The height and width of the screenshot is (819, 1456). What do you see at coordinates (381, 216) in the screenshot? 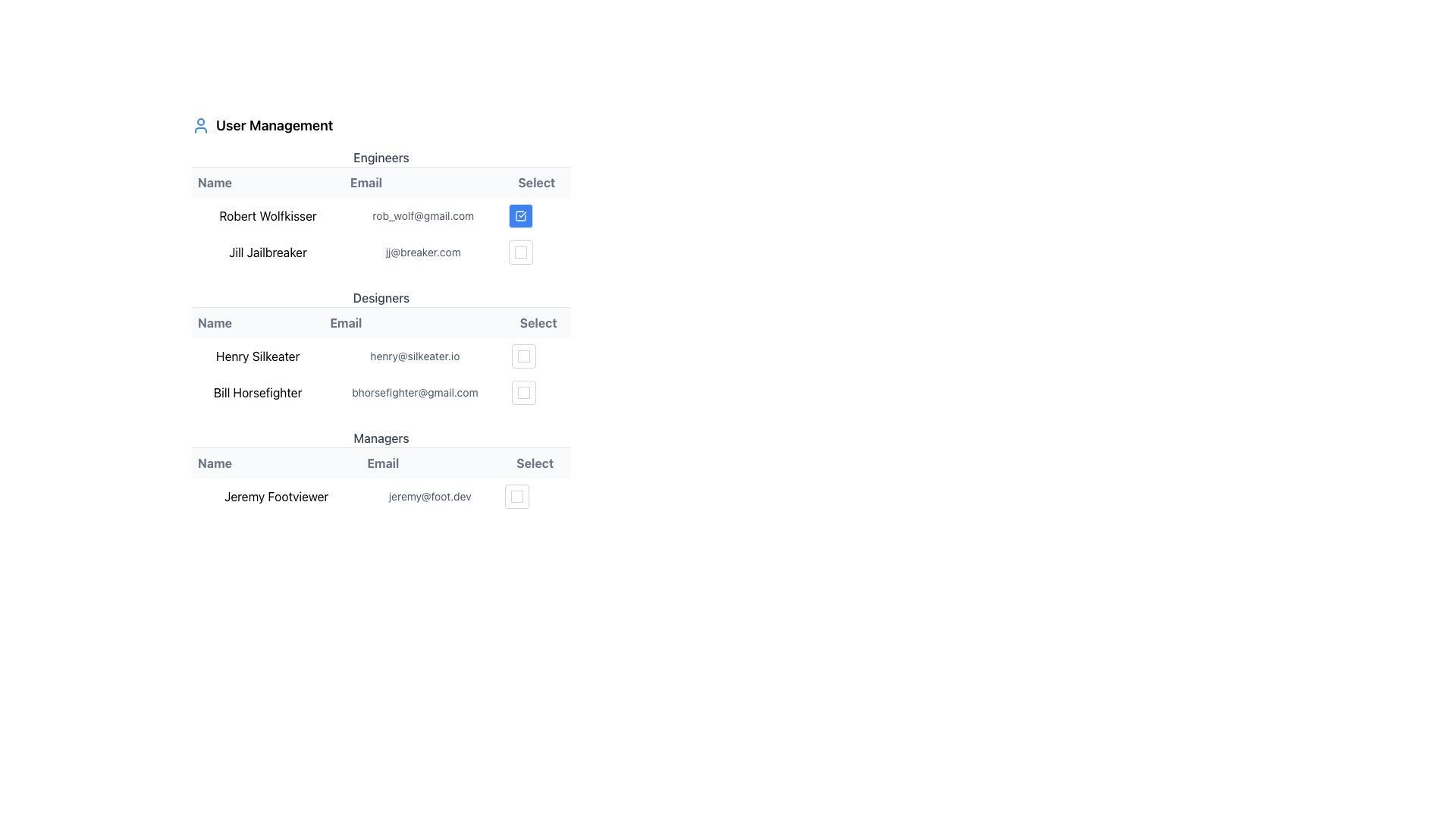
I see `the list item in the Engineers section of the table that contains the text 'Robert Wolfkisser'` at bounding box center [381, 216].